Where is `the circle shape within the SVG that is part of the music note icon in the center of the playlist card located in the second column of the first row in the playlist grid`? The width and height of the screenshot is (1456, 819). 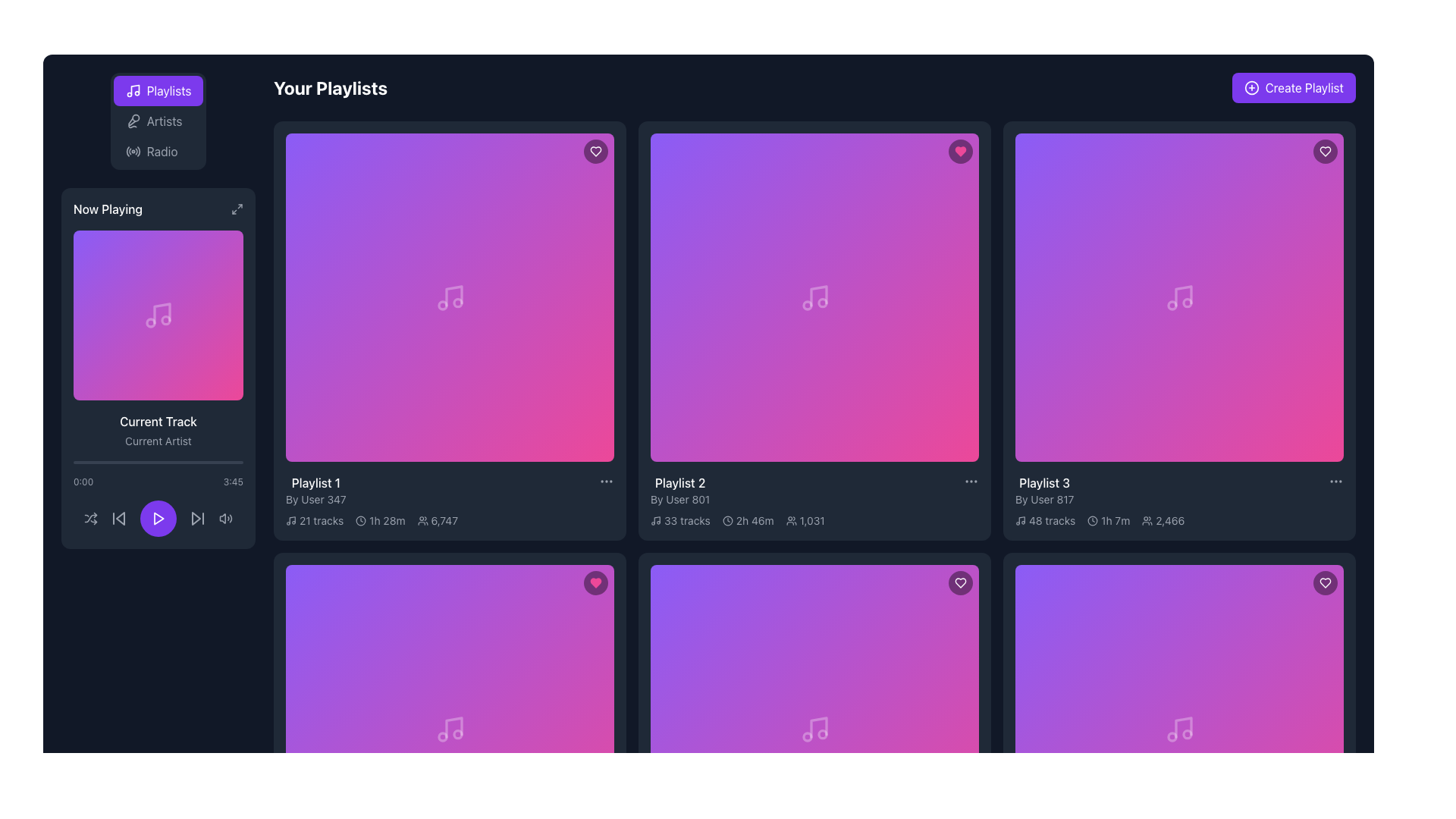 the circle shape within the SVG that is part of the music note icon in the center of the playlist card located in the second column of the first row in the playlist grid is located at coordinates (821, 303).